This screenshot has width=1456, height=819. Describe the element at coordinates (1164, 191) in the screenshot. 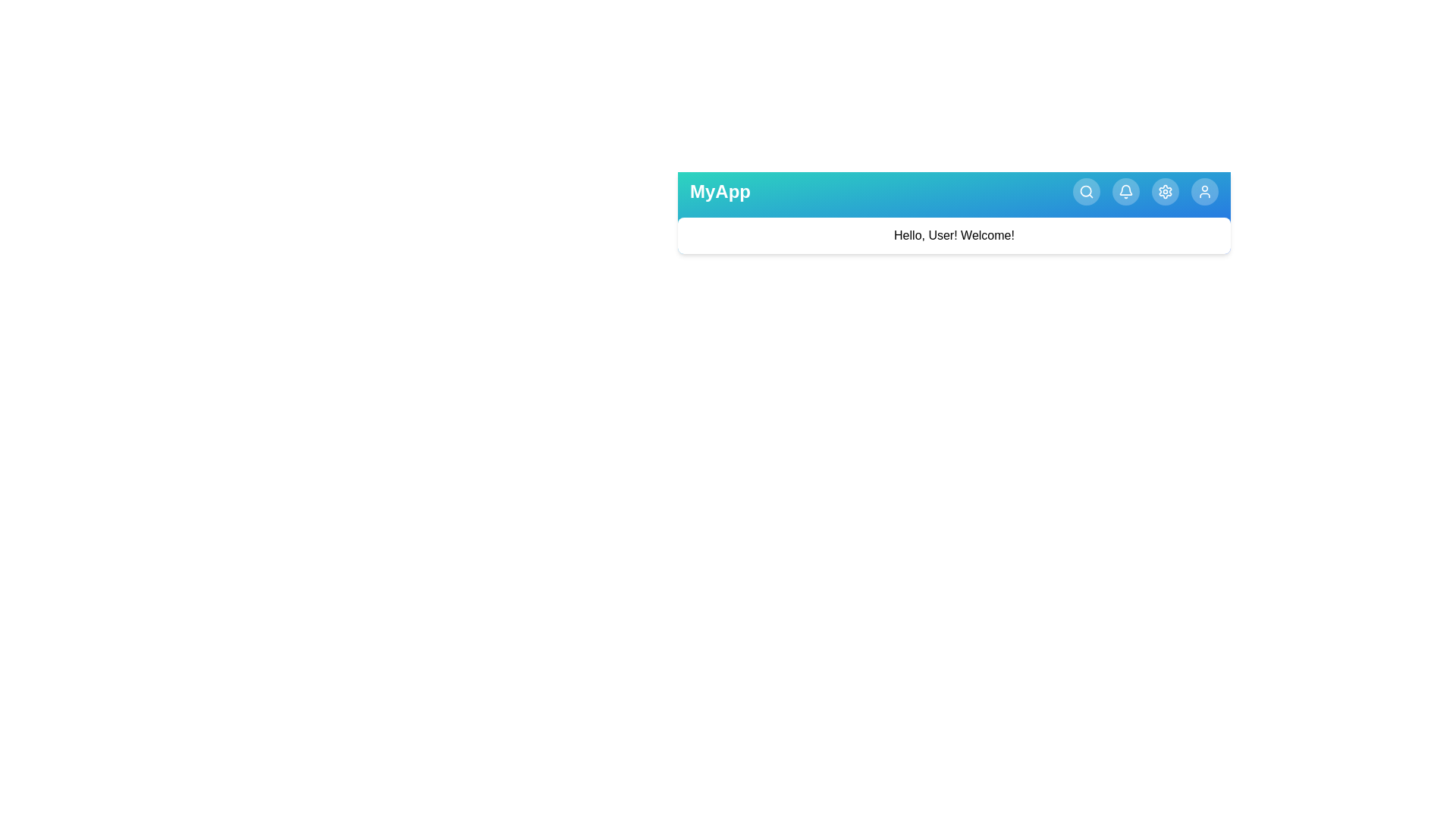

I see `the settings button in the navigation bar` at that location.